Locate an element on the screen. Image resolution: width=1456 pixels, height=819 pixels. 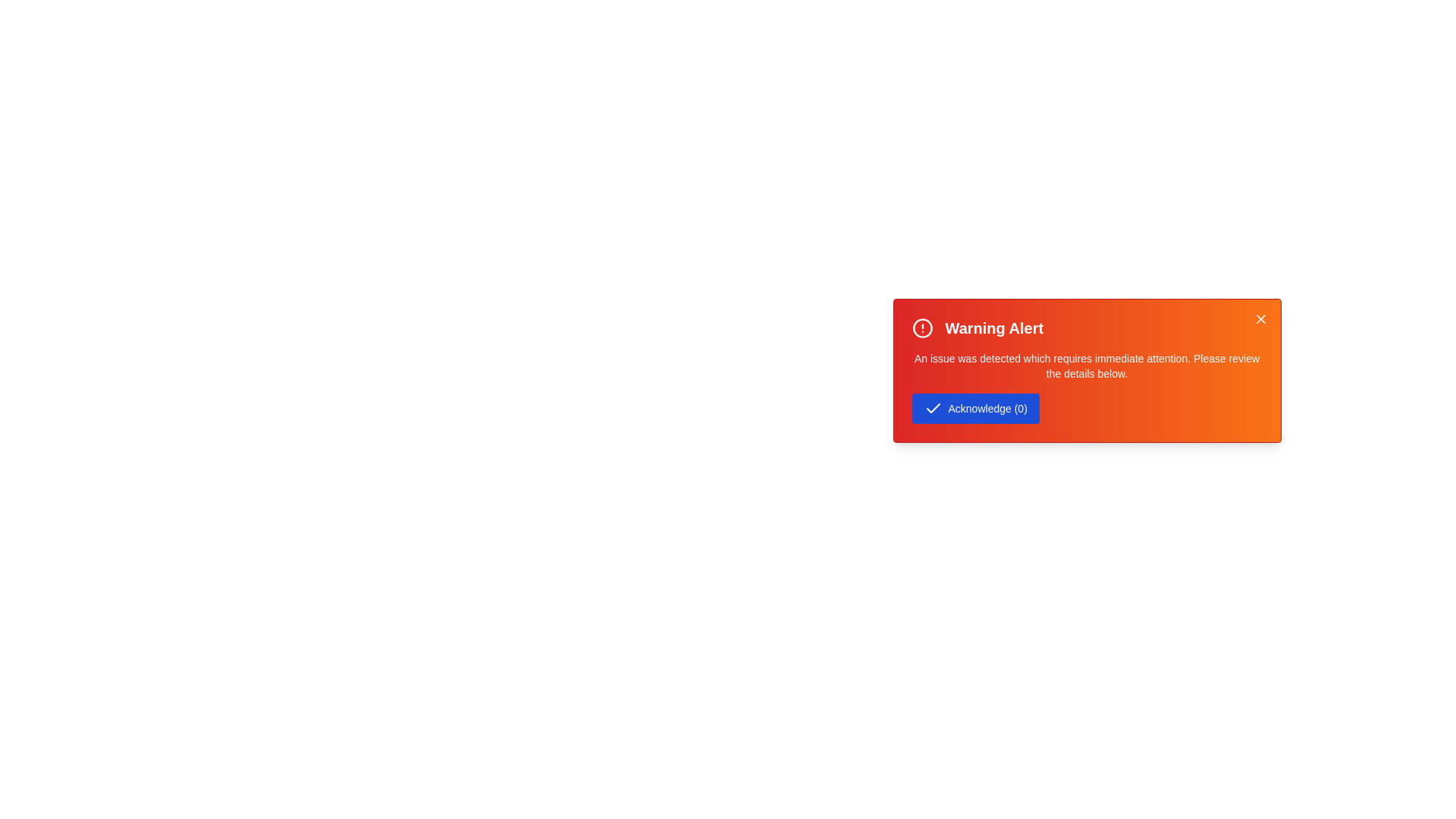
the close button to dismiss the alert is located at coordinates (1260, 318).